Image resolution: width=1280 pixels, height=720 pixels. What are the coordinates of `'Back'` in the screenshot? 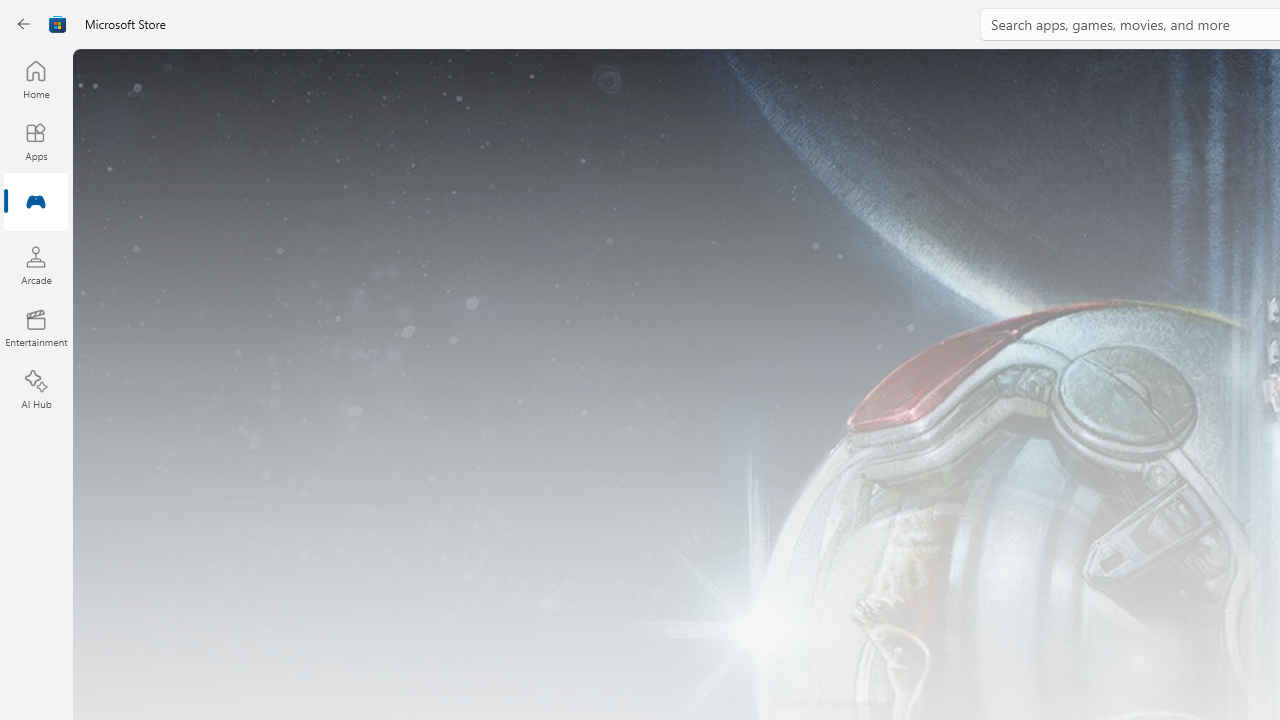 It's located at (24, 24).